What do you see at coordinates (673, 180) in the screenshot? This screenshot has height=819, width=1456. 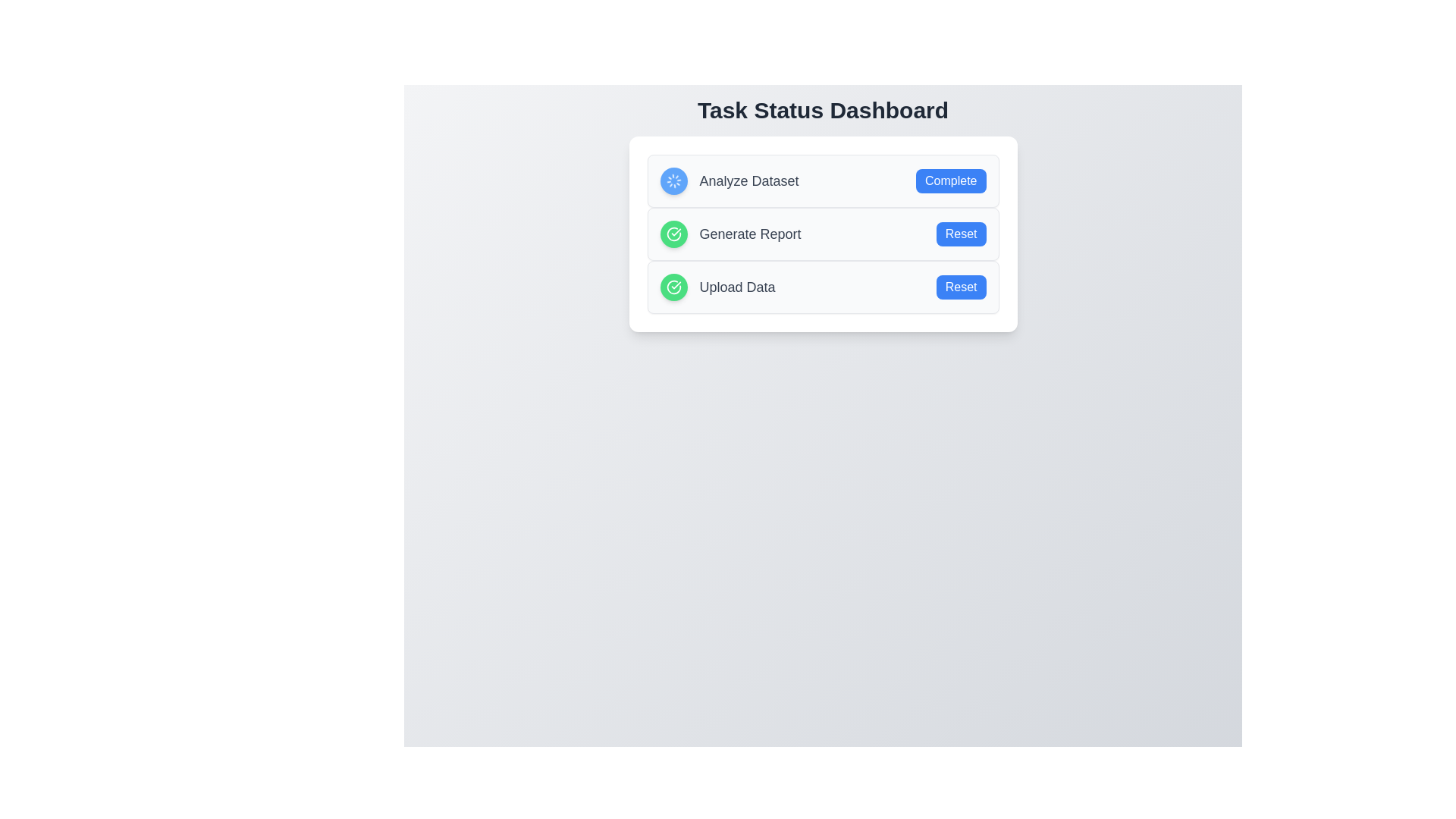 I see `the rotating circular loader icon with a blue background, located near the top-left, aligned left to the 'Analyze Dataset' text in the 'Task Status Dashboard' panel` at bounding box center [673, 180].